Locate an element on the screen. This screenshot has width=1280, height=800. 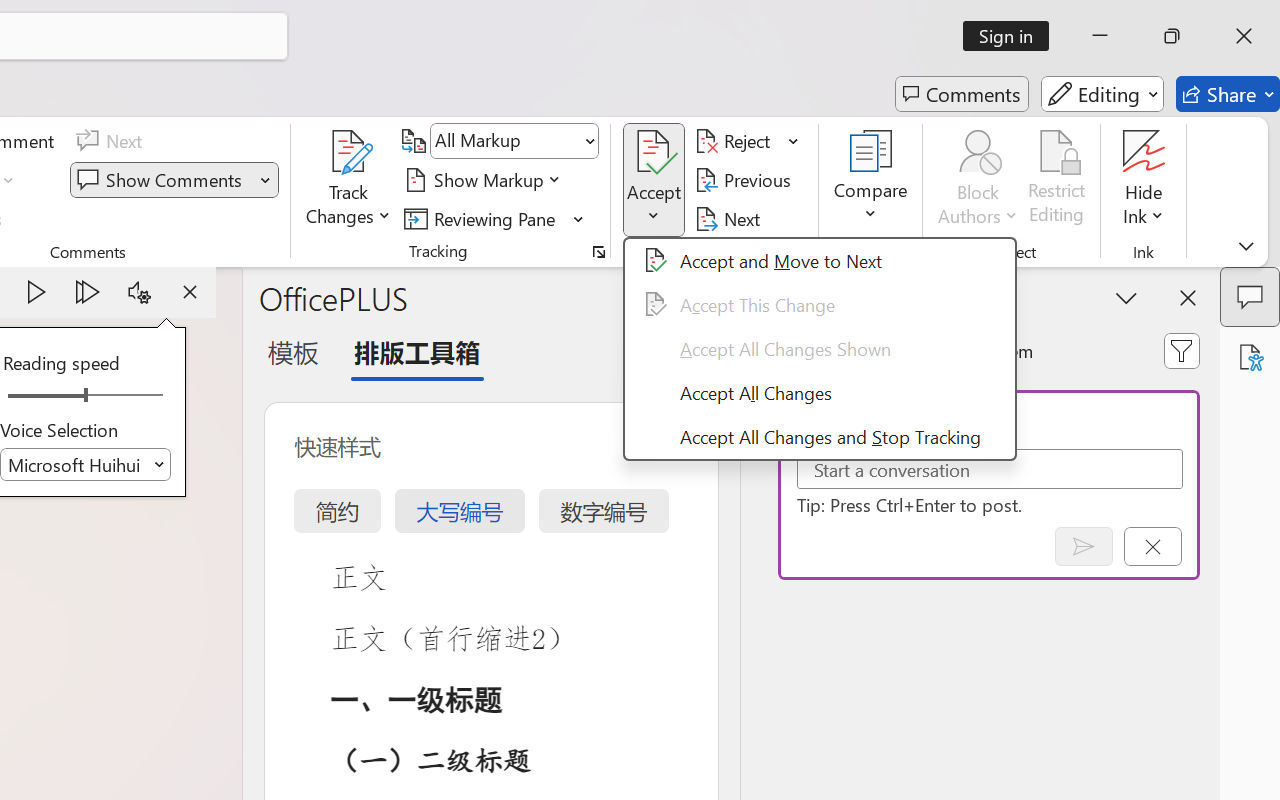
'Cancel' is located at coordinates (1152, 546).